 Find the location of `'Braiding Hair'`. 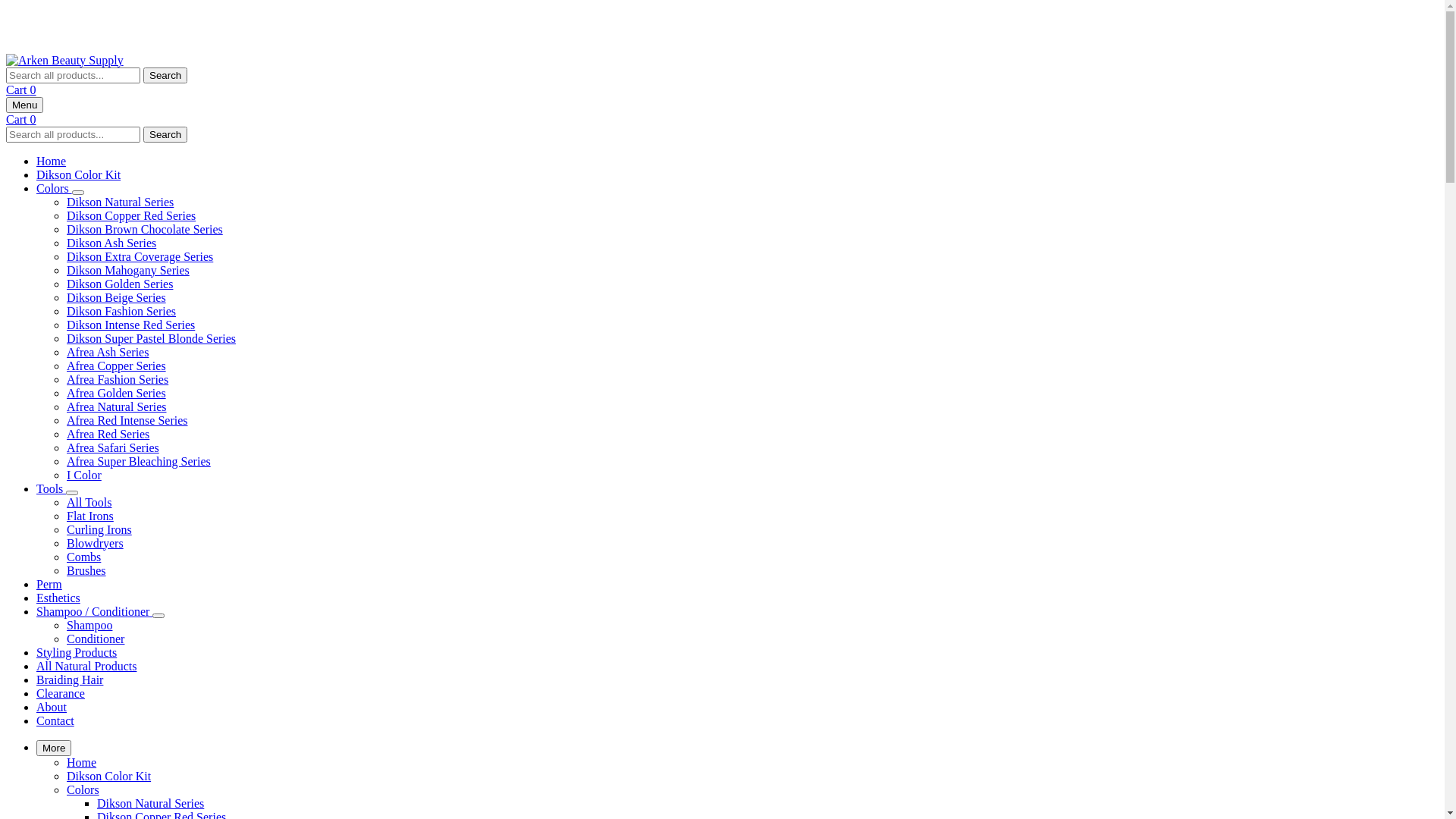

'Braiding Hair' is located at coordinates (68, 679).